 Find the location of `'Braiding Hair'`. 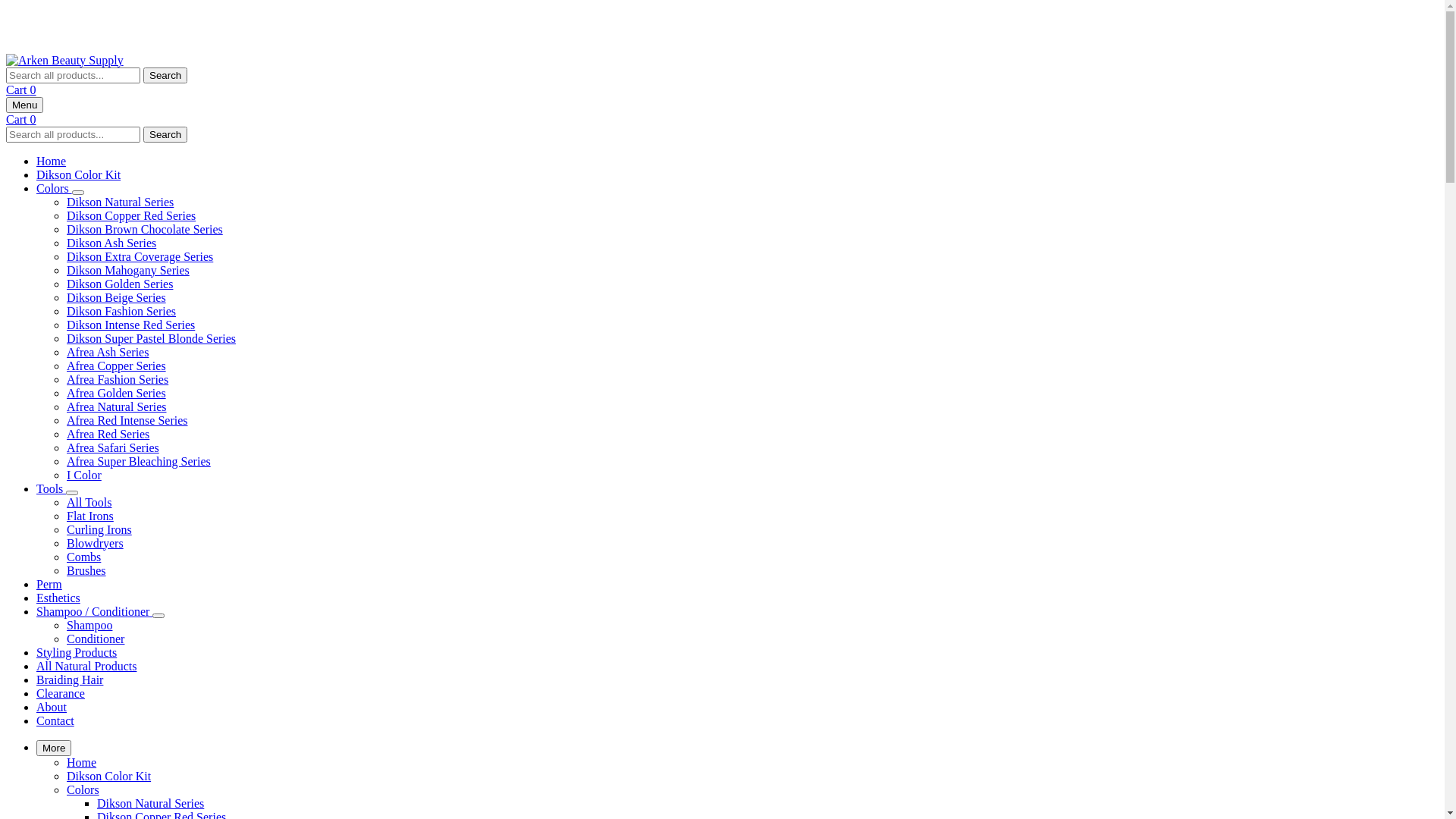

'Braiding Hair' is located at coordinates (68, 679).